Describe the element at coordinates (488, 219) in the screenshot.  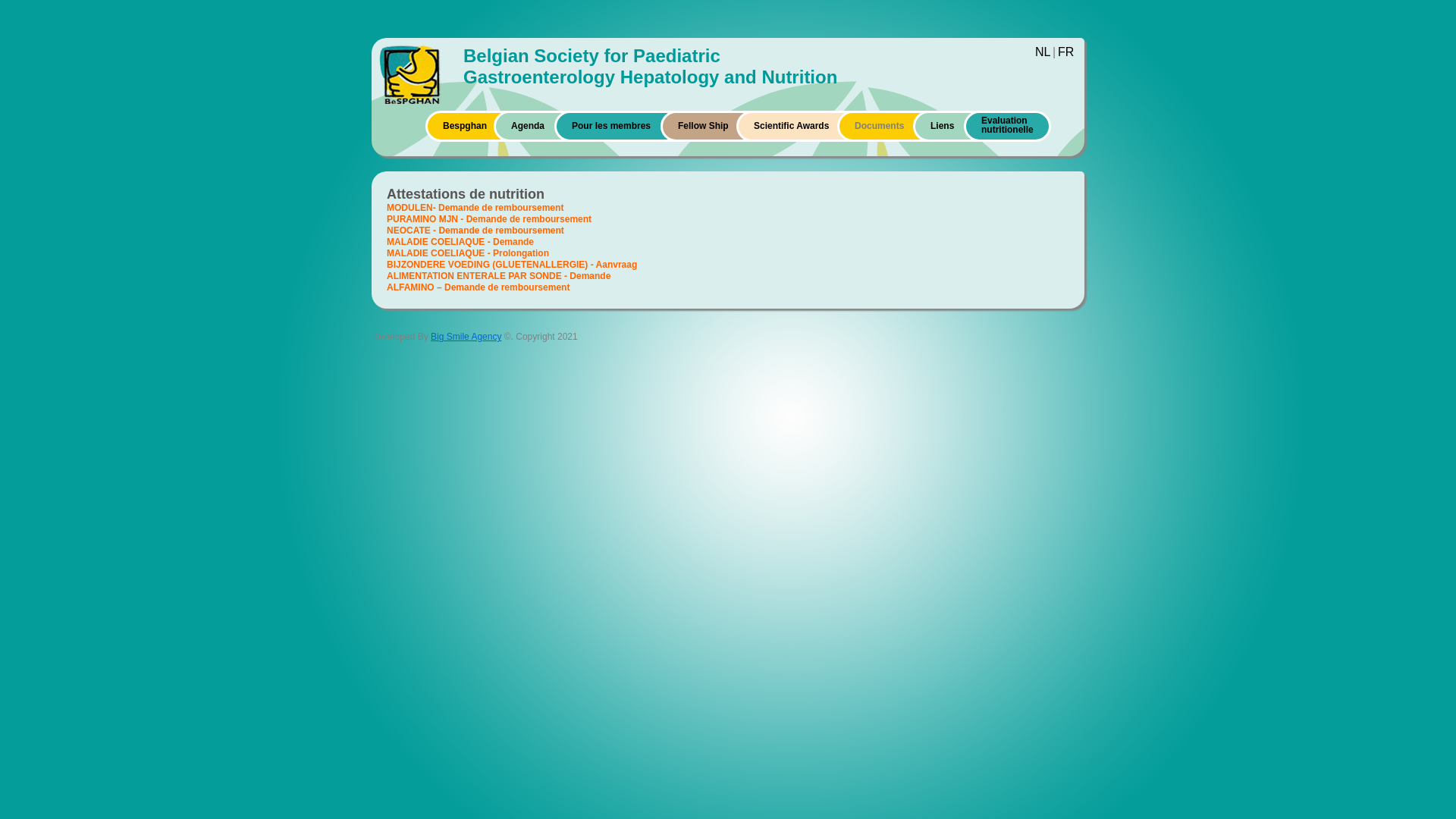
I see `'PURAMINO MJN - Demande de remboursement'` at that location.